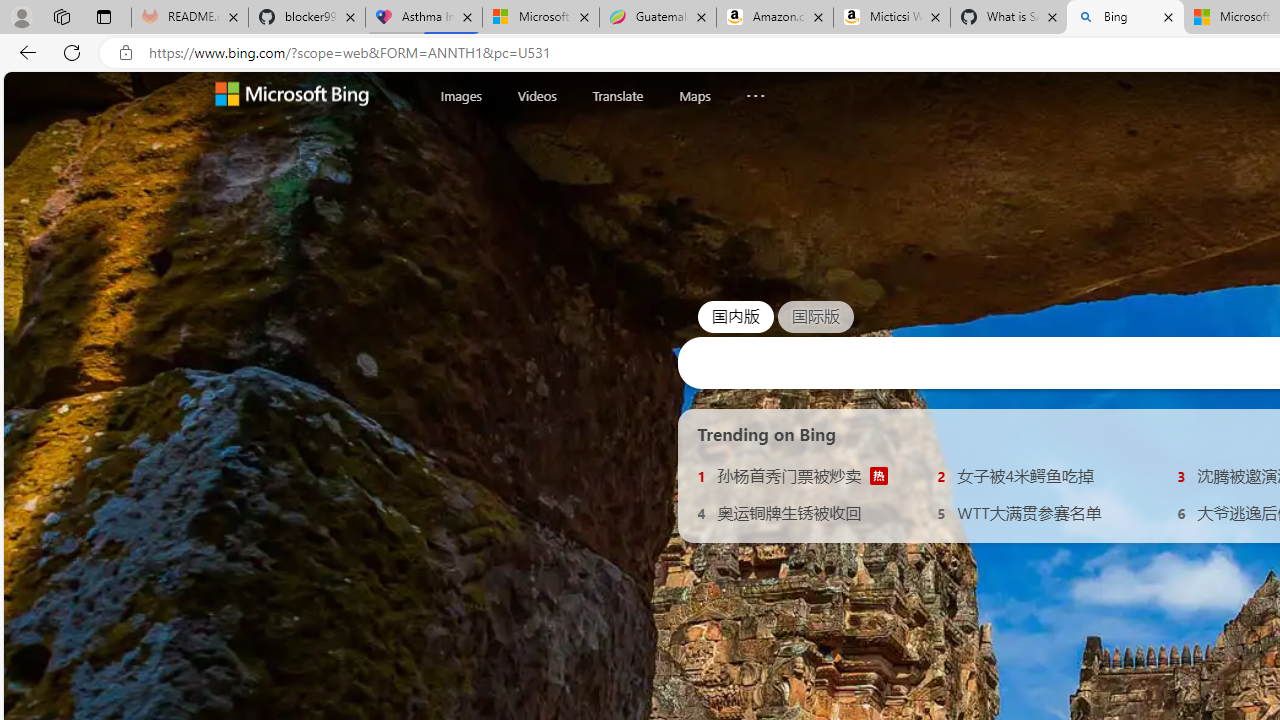 Image resolution: width=1280 pixels, height=720 pixels. I want to click on 'Videos', so click(536, 95).